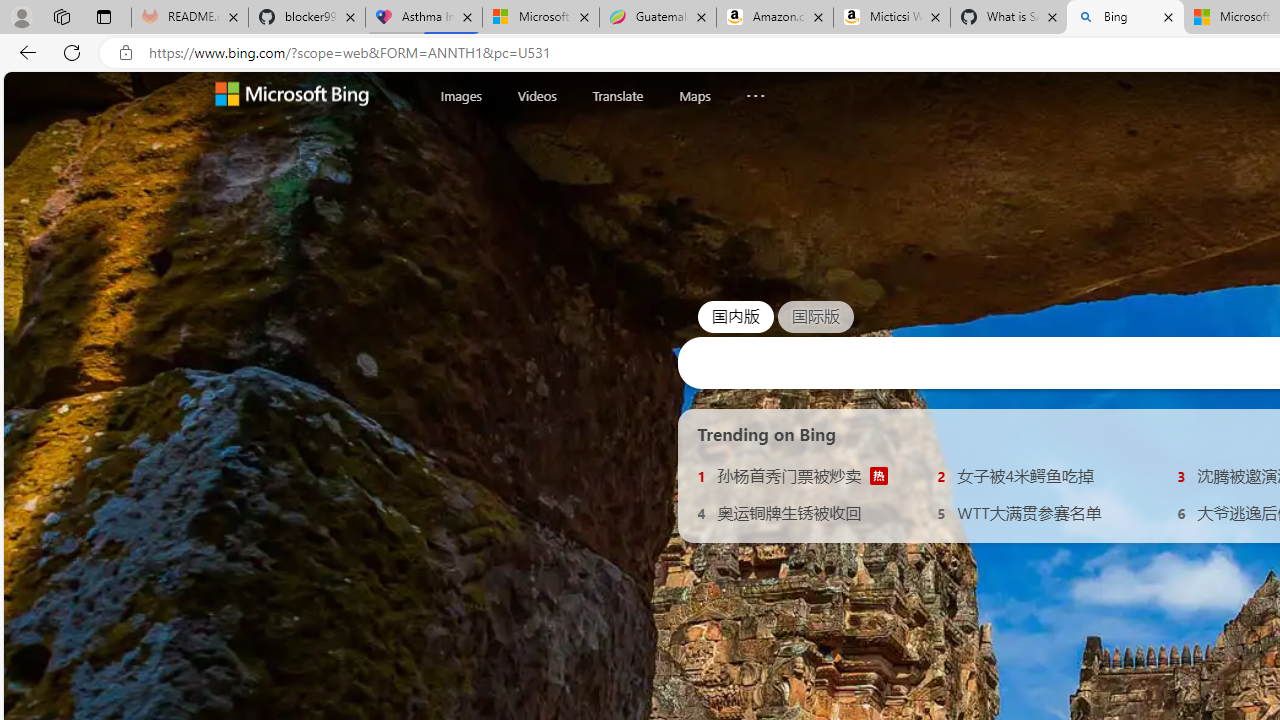 Image resolution: width=1280 pixels, height=720 pixels. I want to click on 'Videos', so click(536, 95).